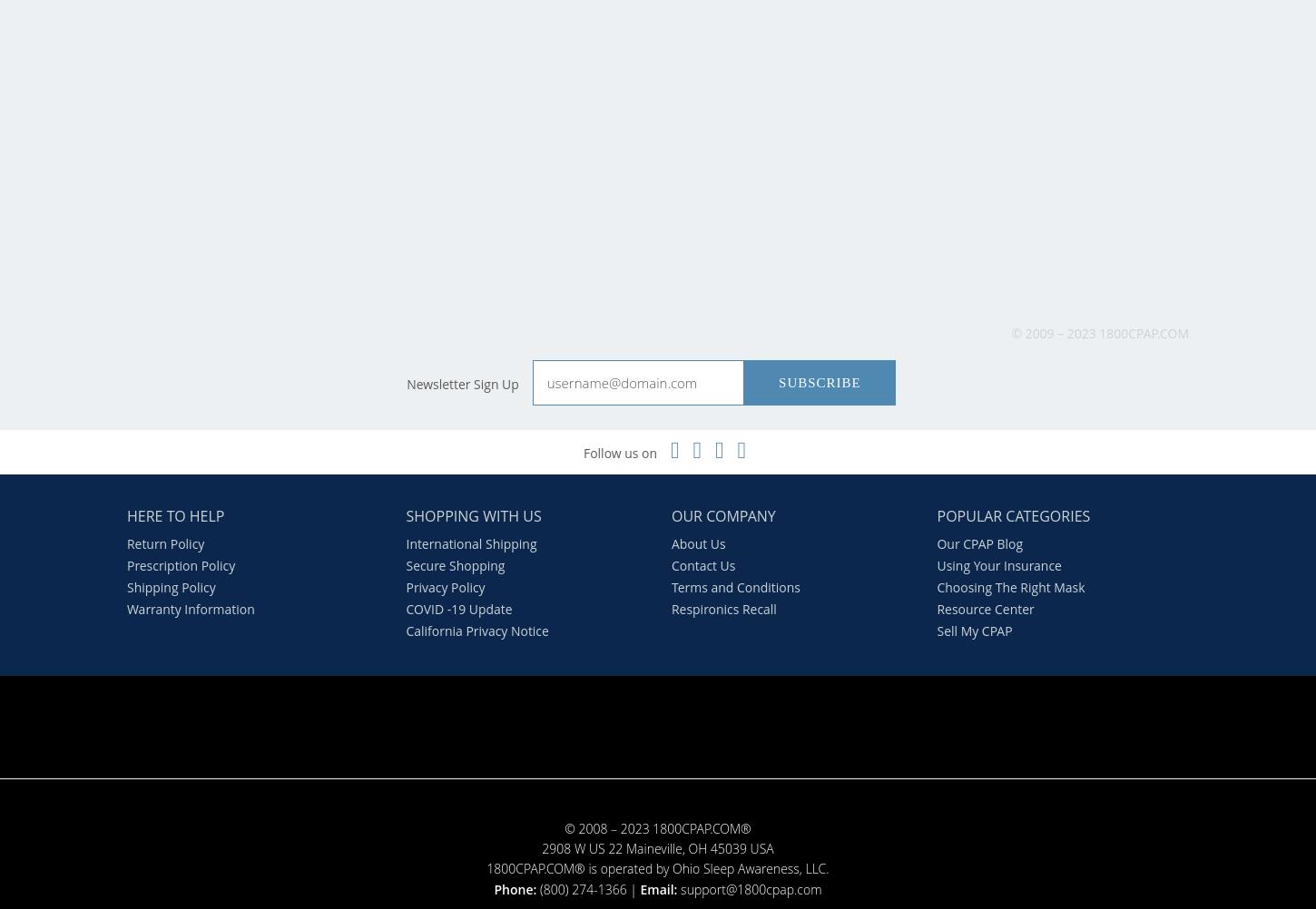 The width and height of the screenshot is (1316, 909). What do you see at coordinates (174, 515) in the screenshot?
I see `'Here to Help'` at bounding box center [174, 515].